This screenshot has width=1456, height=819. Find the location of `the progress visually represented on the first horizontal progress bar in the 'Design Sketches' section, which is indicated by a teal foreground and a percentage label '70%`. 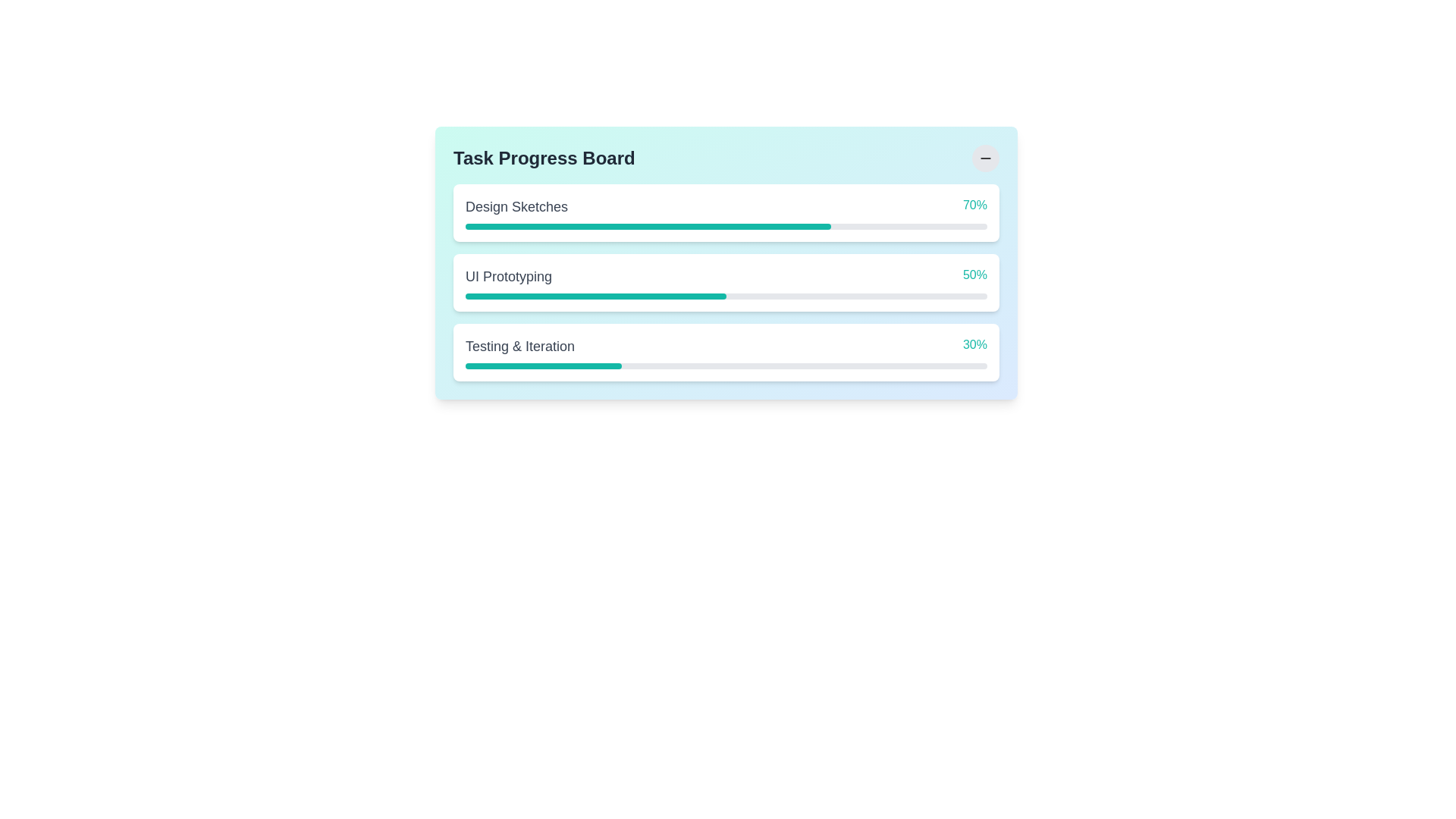

the progress visually represented on the first horizontal progress bar in the 'Design Sketches' section, which is indicated by a teal foreground and a percentage label '70% is located at coordinates (726, 227).